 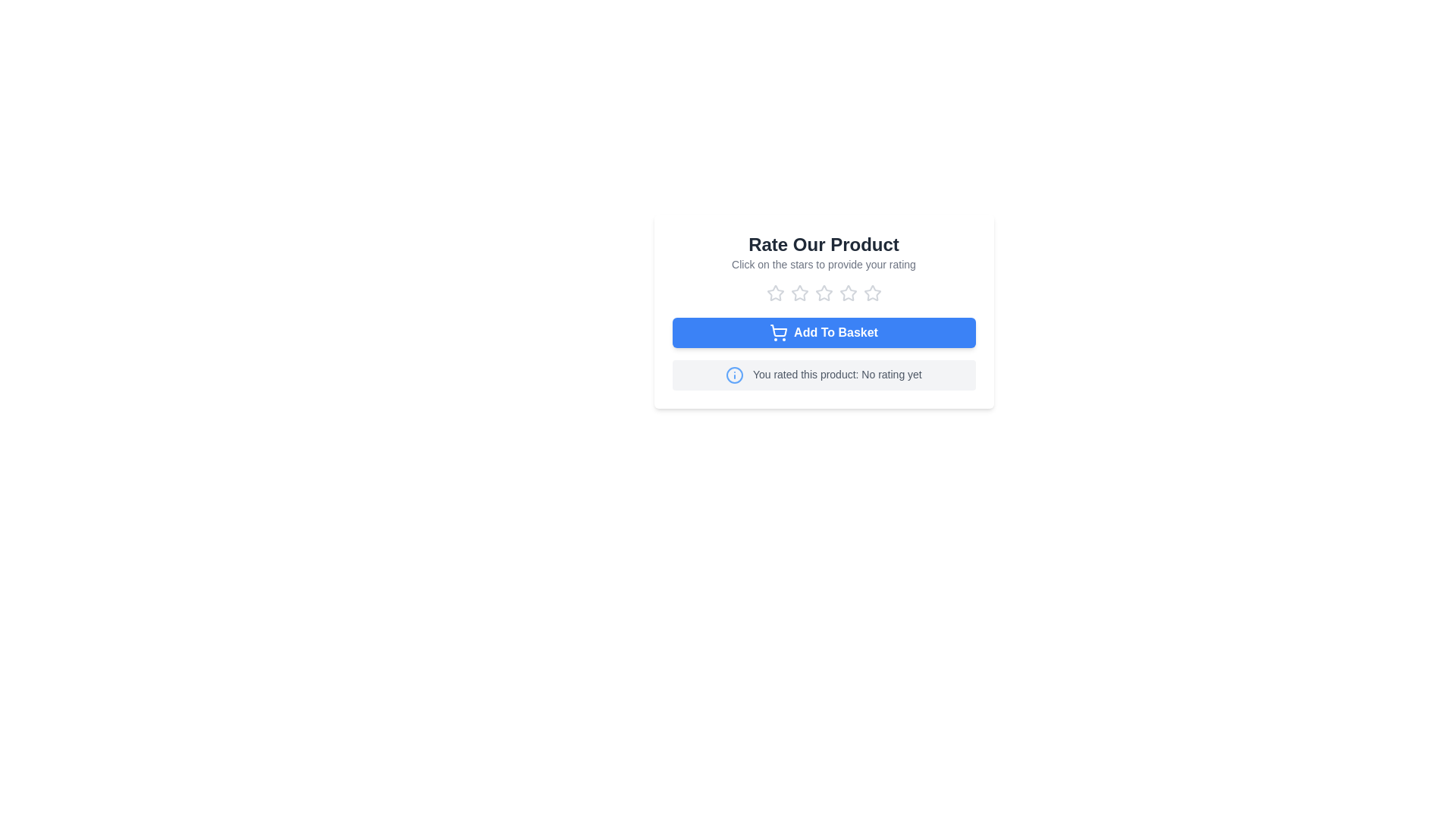 I want to click on the second star icon in the rating section, so click(x=799, y=292).